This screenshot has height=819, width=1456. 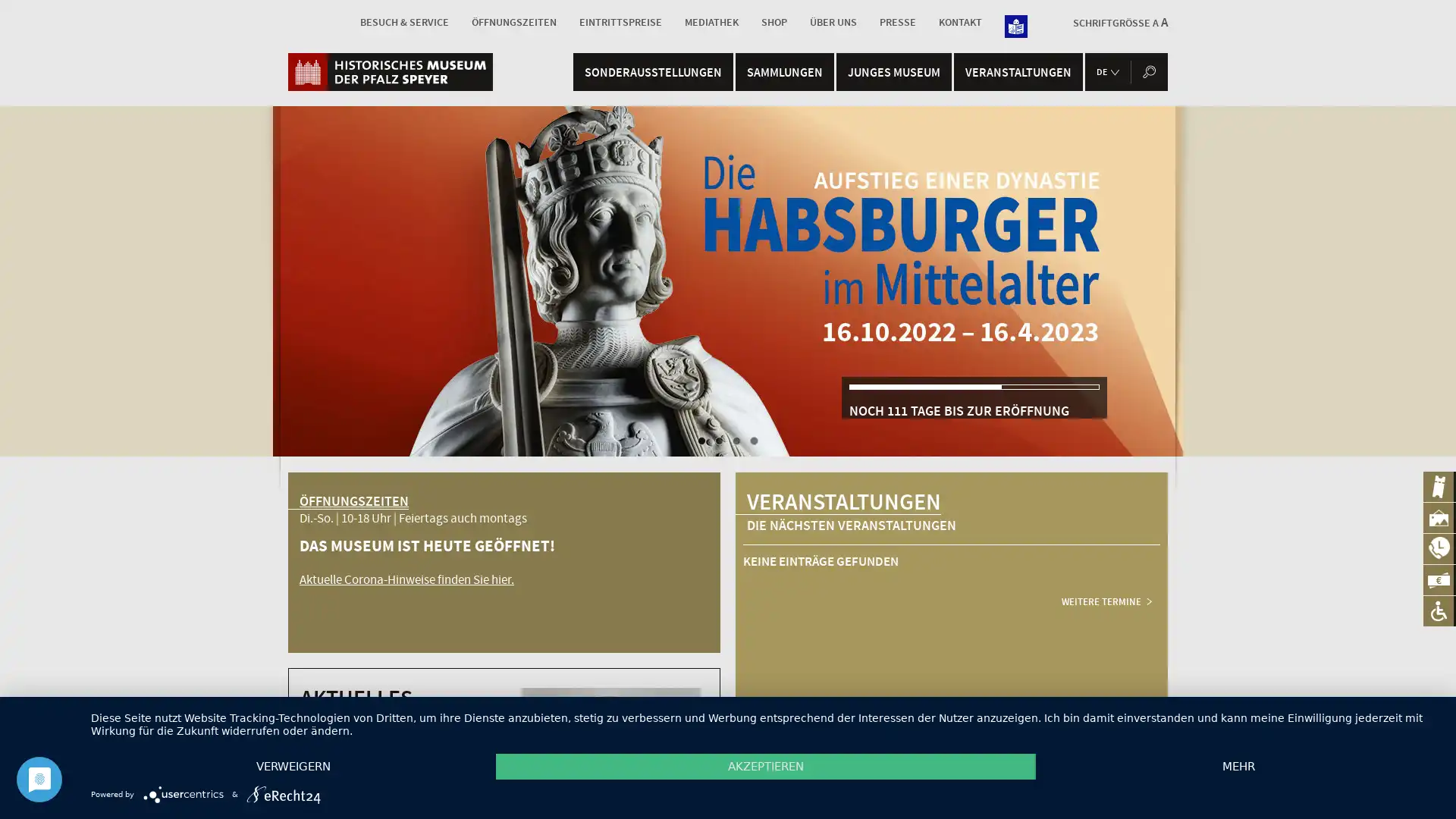 What do you see at coordinates (293, 766) in the screenshot?
I see `Verweigern` at bounding box center [293, 766].